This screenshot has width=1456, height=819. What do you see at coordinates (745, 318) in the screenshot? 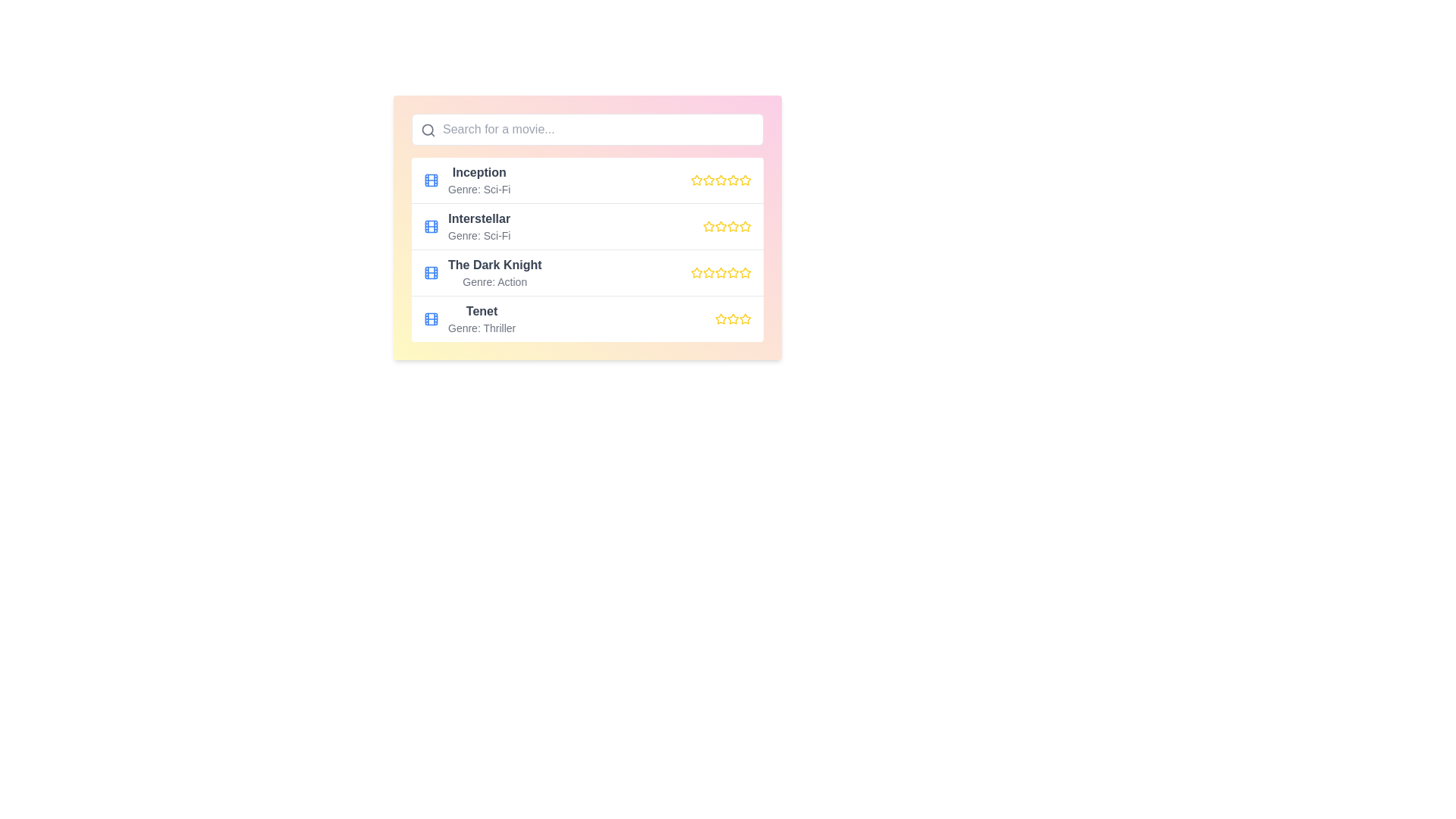
I see `the fifth star icon from the left in the rating section for the movie 'Tenet'` at bounding box center [745, 318].